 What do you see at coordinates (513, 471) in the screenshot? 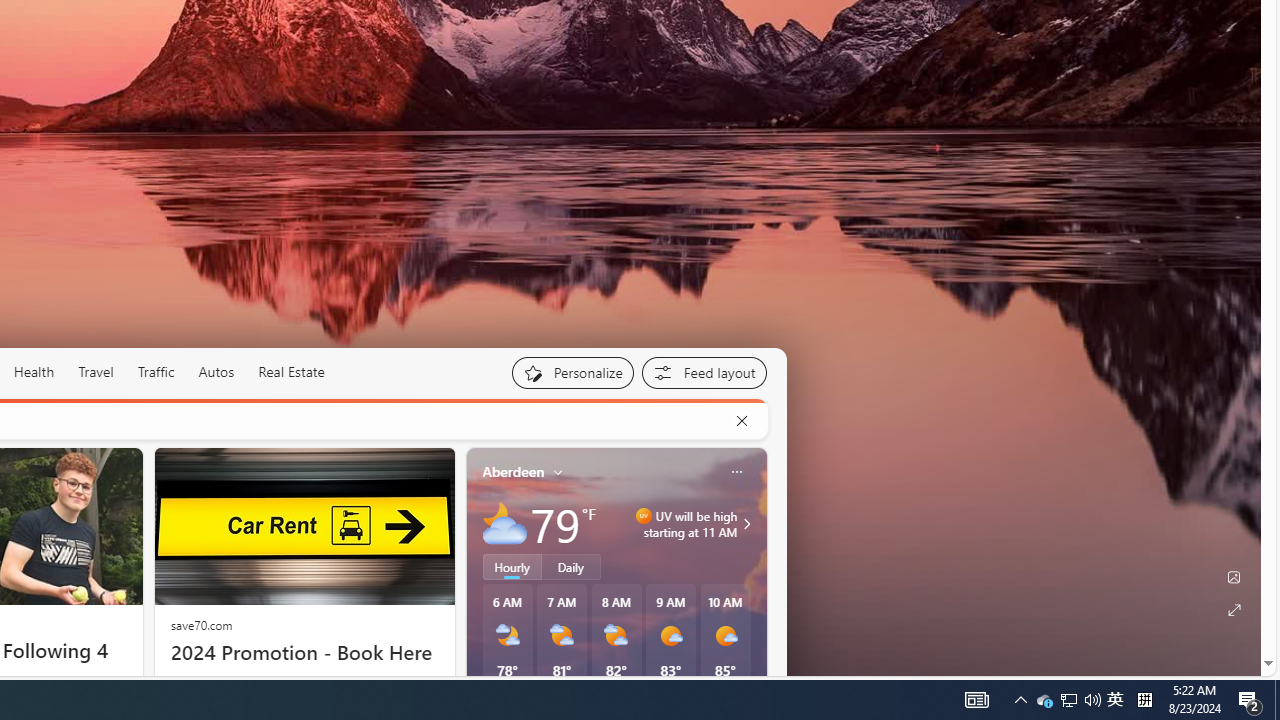
I see `'Aberdeen'` at bounding box center [513, 471].